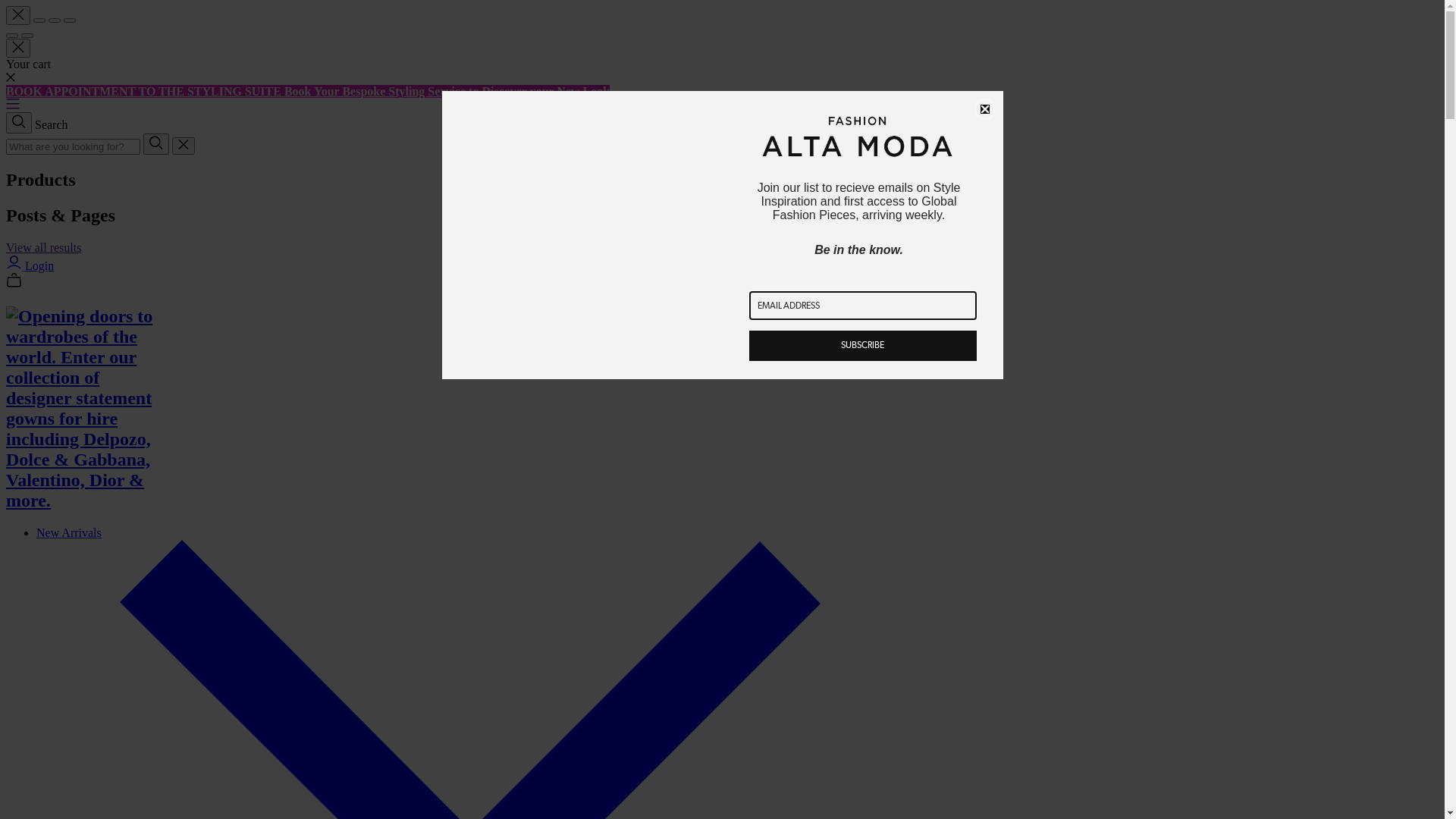 This screenshot has height=819, width=1456. What do you see at coordinates (68, 532) in the screenshot?
I see `'New Arrivals'` at bounding box center [68, 532].